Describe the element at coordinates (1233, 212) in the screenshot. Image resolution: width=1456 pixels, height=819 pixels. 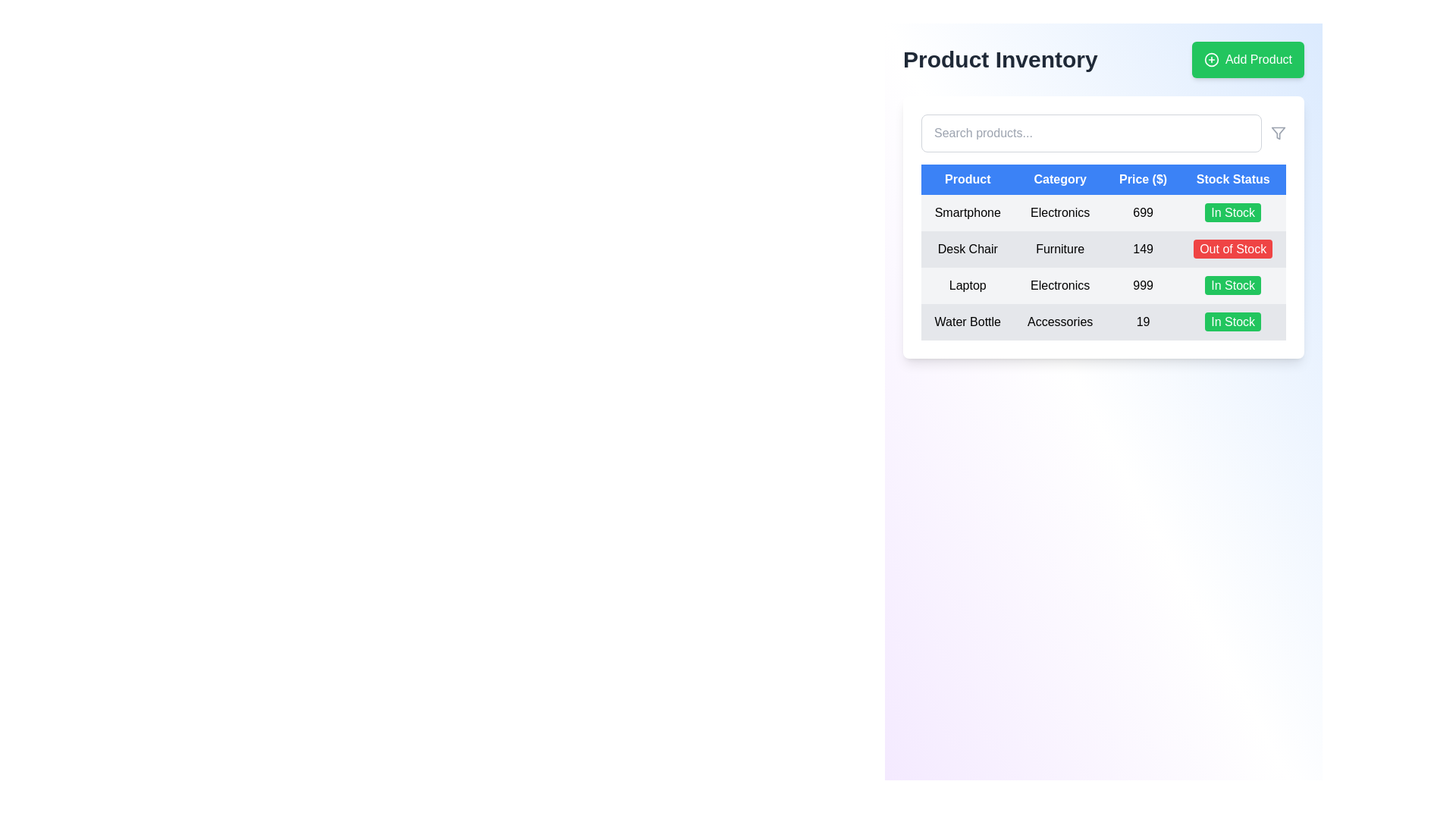
I see `the status badge in the 'Stock Status' column indicating the availability of the 'Smartphone' product` at that location.